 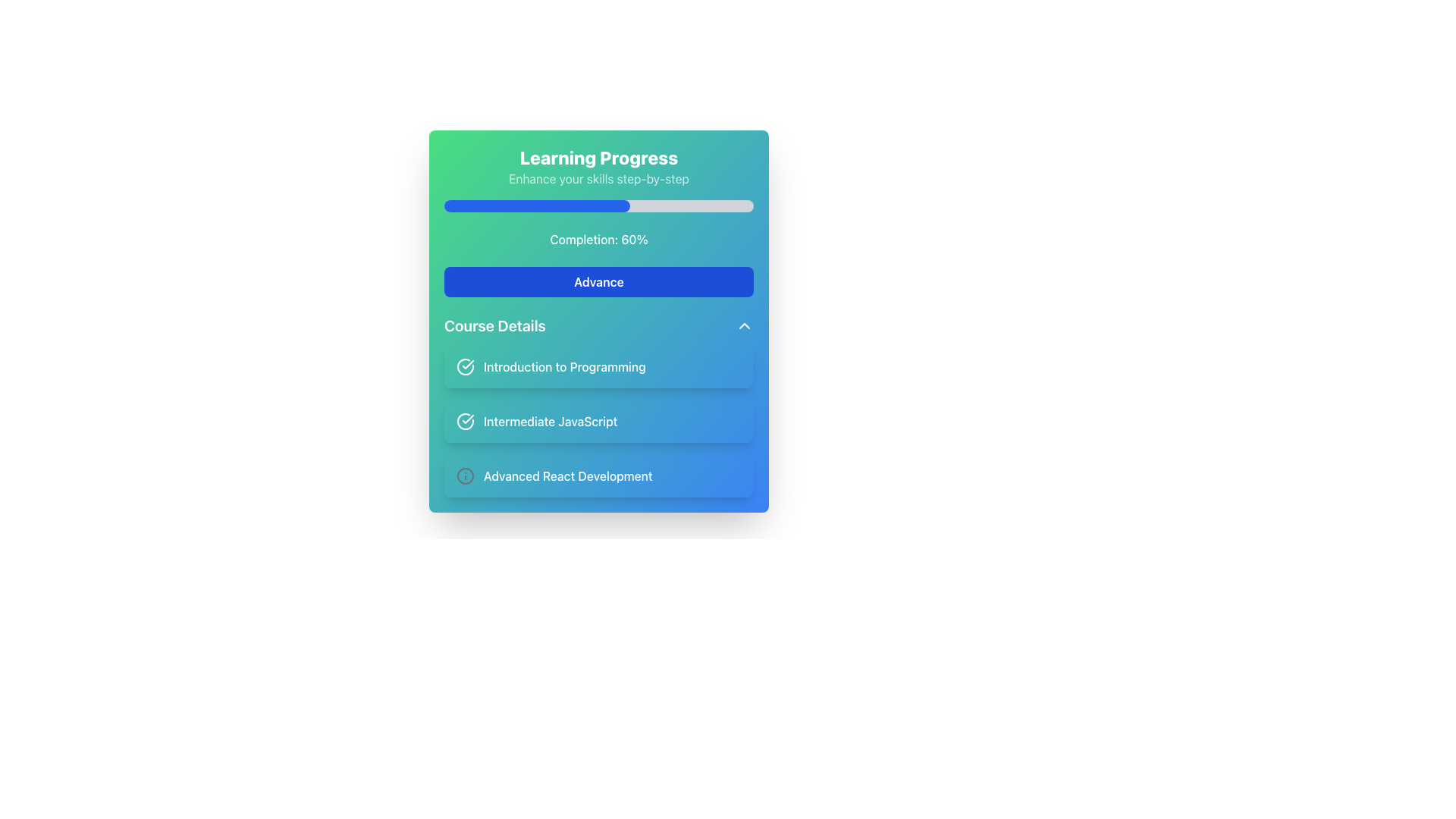 I want to click on the blue progress bar segment indicating 60% progress located under the 'Learning Progress' heading, so click(x=537, y=206).